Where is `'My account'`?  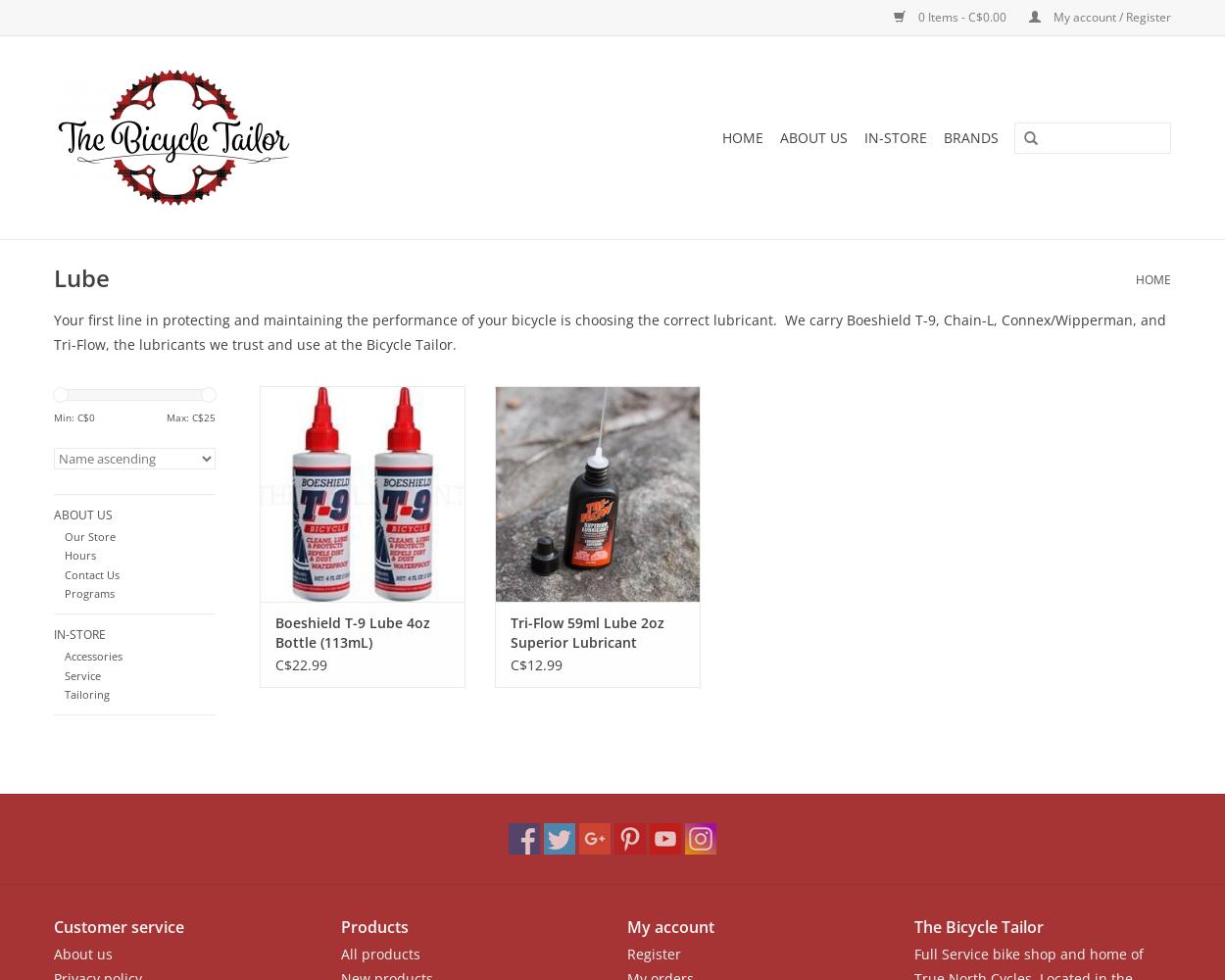
'My account' is located at coordinates (670, 926).